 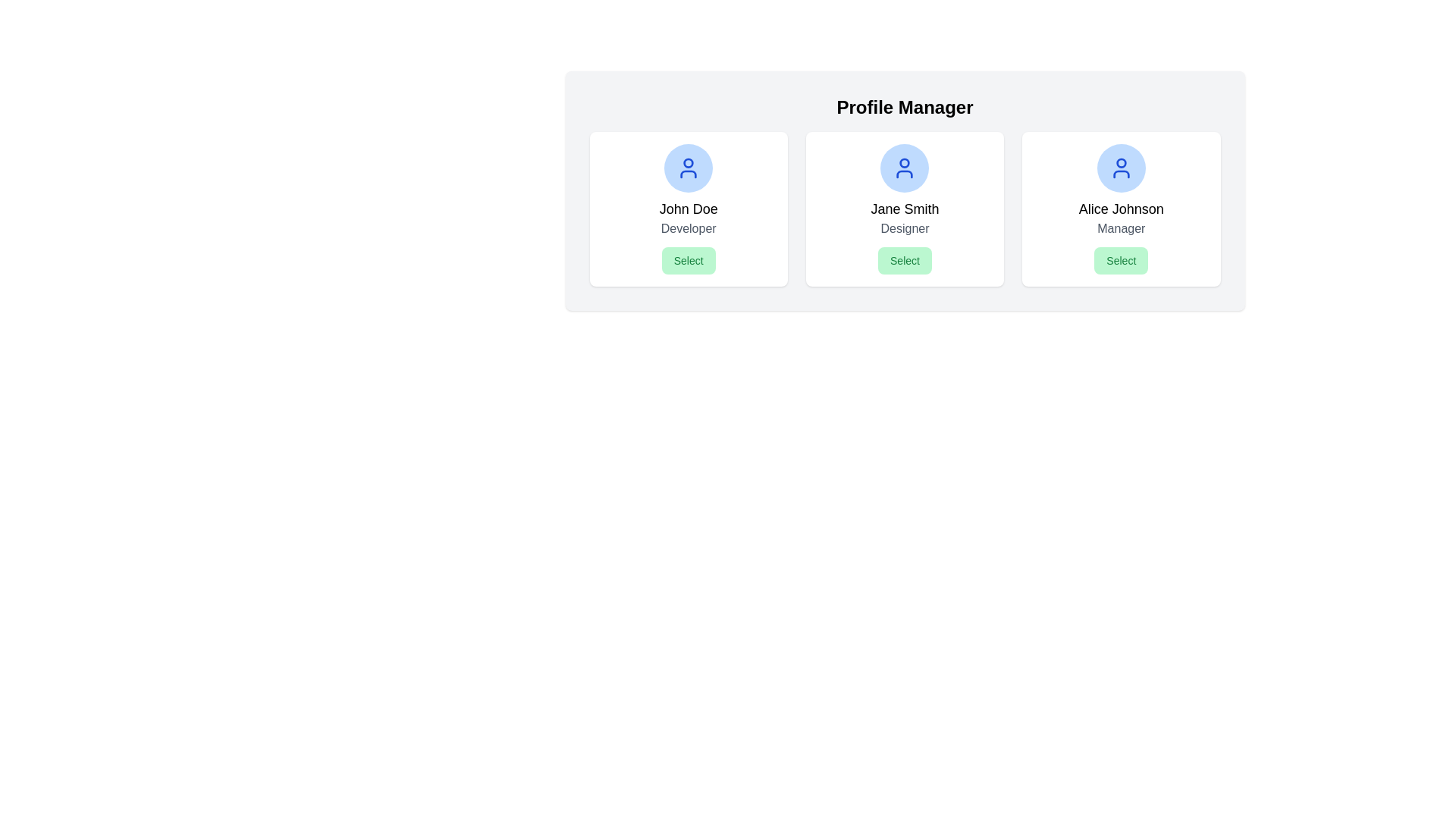 I want to click on the 'Manager' text label that describes 'Alice Johnson' in the rightmost card, positioned above the 'Select' button, so click(x=1121, y=228).